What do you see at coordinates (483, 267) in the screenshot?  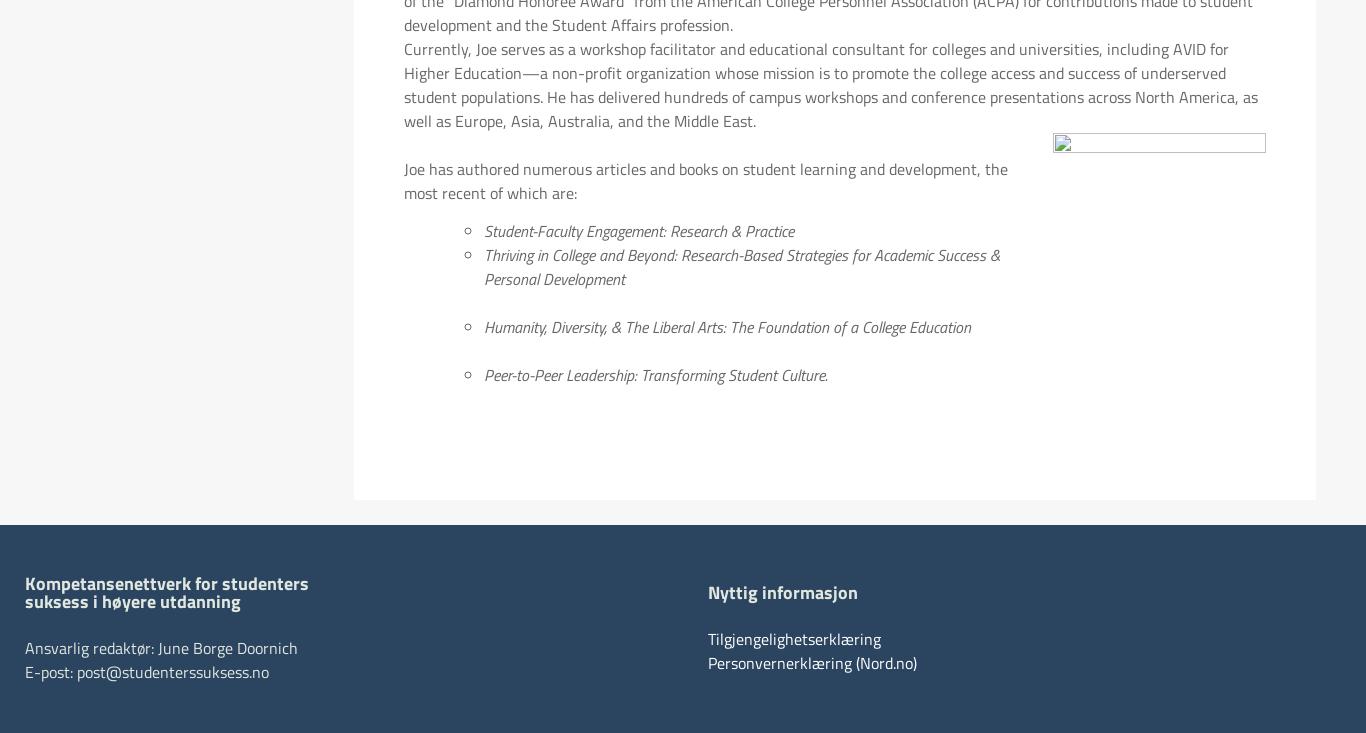 I see `'Thriving in College and Beyond: Research-Based Strategies for Academic Success & Personal Development'` at bounding box center [483, 267].